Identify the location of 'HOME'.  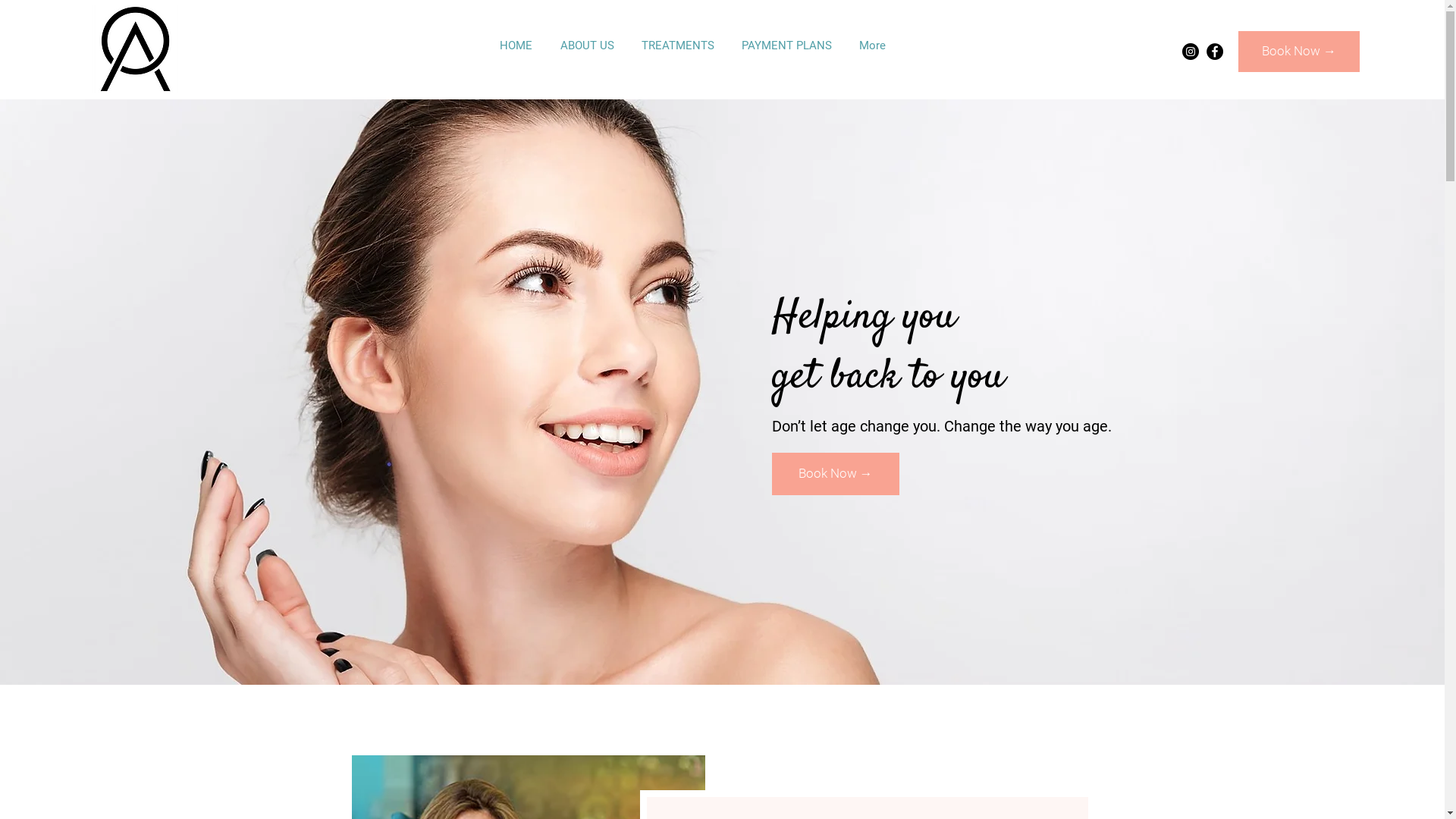
(516, 45).